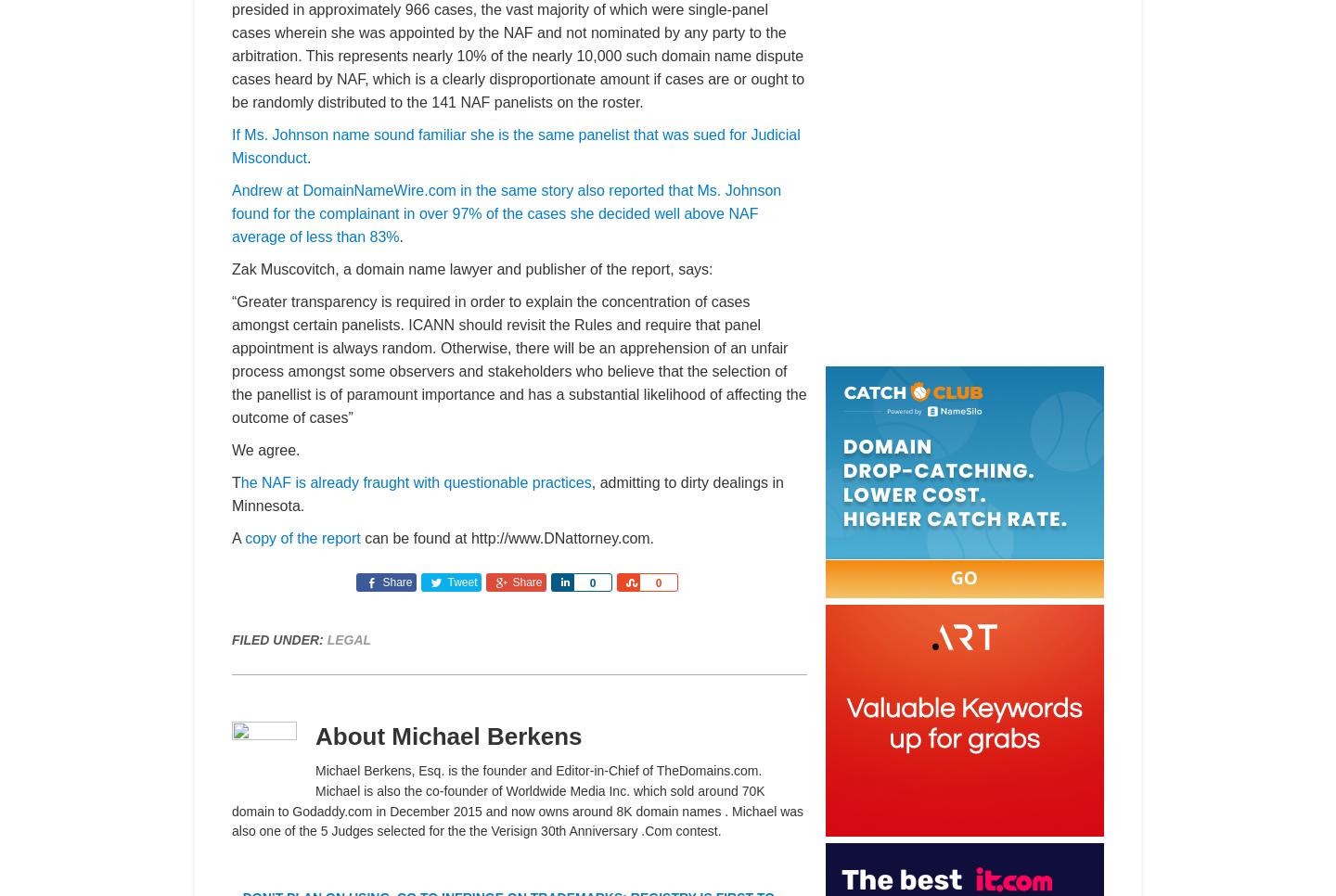 The height and width of the screenshot is (896, 1336). I want to click on 'If Ms. Johnson name sound familiar she is the same panelist that was sued for Judicial Misconduct', so click(515, 146).